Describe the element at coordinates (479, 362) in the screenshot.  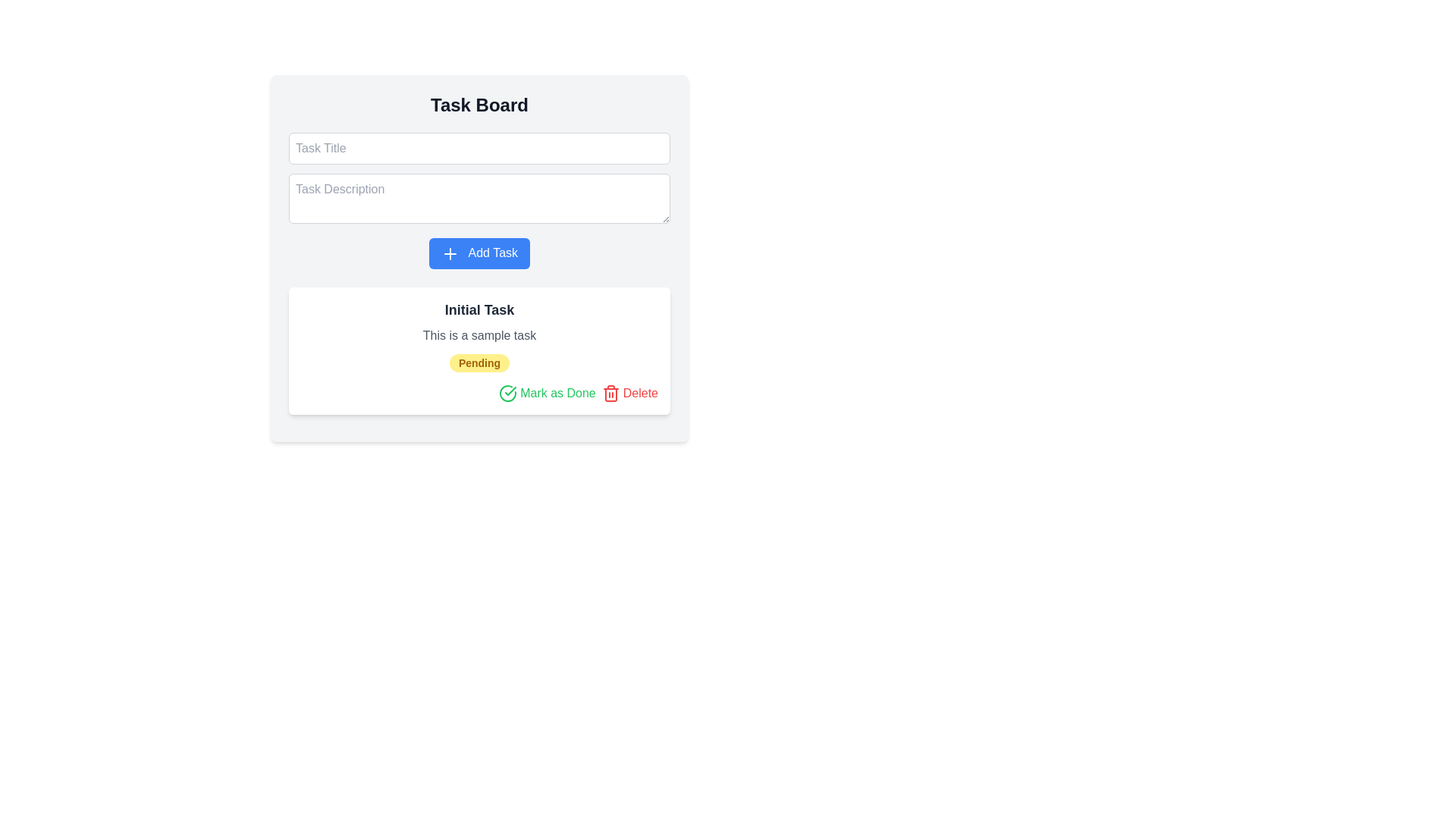
I see `the yellow badge labeled 'Pending' with rounded corners, located in the 'Initial Task' section, to the left of the 'Mark as Done' and 'Delete' buttons` at that location.